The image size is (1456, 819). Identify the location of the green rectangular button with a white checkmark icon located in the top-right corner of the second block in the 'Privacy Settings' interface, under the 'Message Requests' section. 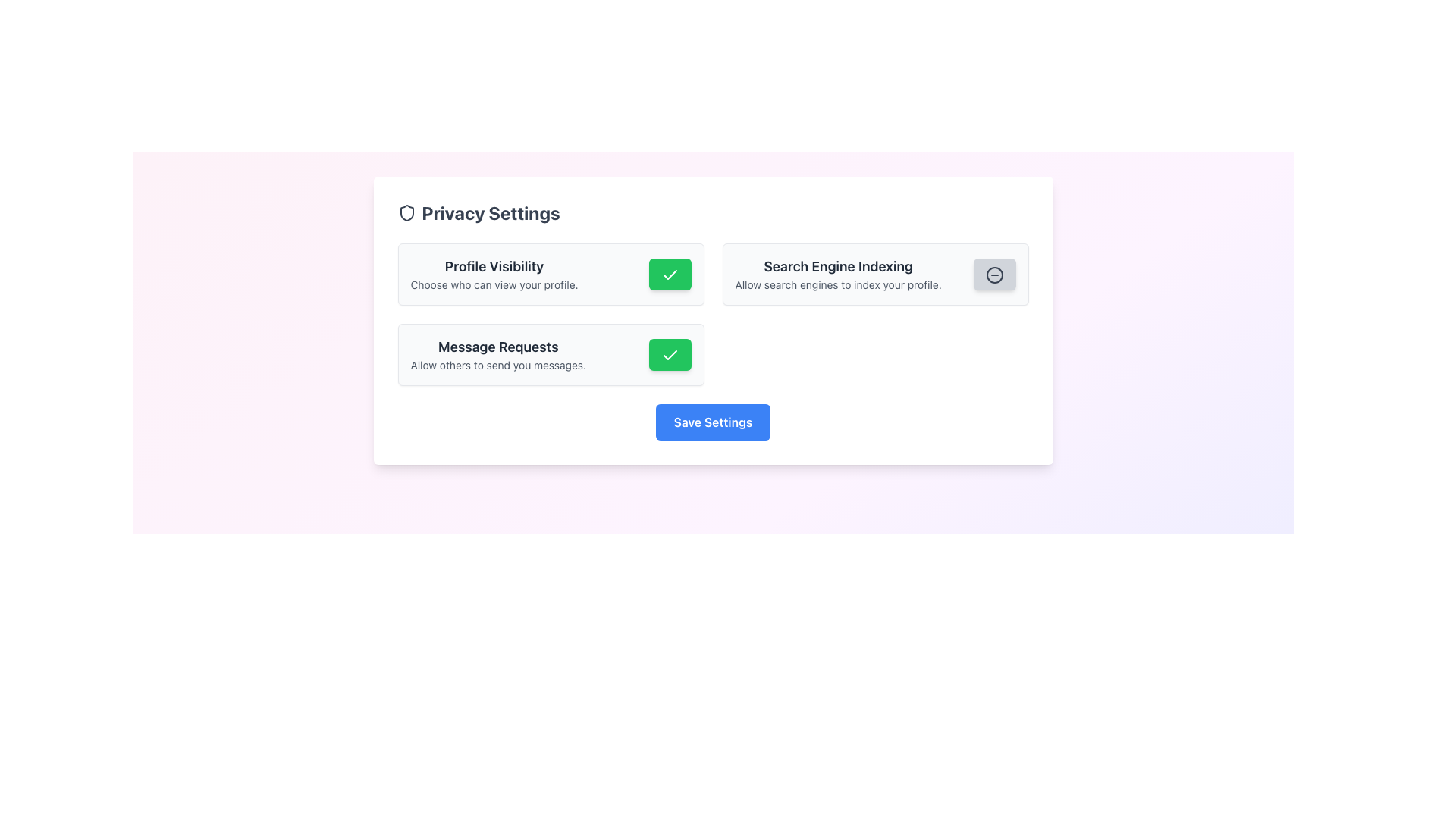
(669, 354).